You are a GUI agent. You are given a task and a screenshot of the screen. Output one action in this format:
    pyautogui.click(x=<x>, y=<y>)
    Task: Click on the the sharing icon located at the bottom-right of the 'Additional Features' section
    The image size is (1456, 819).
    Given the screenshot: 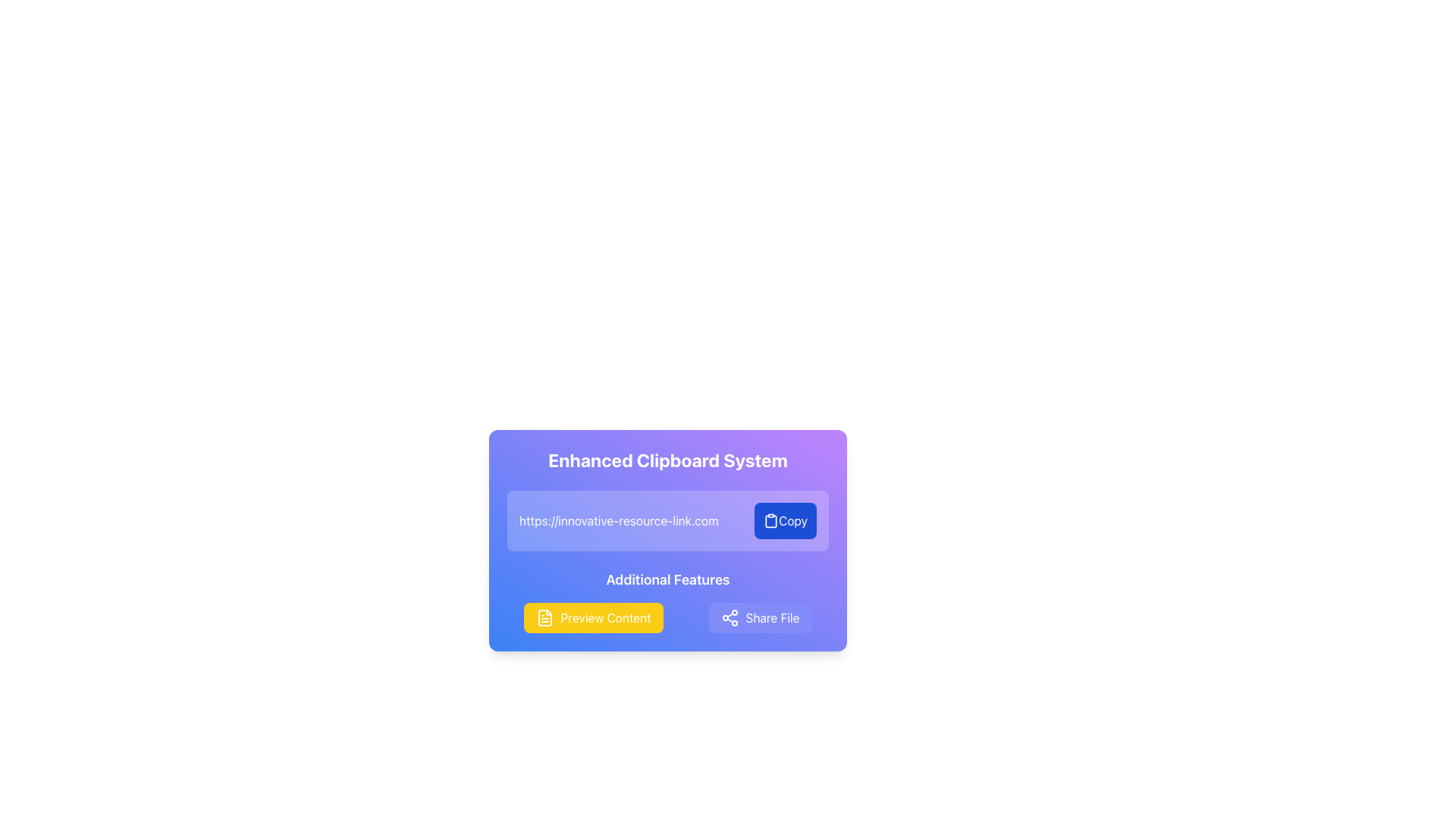 What is the action you would take?
    pyautogui.click(x=730, y=617)
    